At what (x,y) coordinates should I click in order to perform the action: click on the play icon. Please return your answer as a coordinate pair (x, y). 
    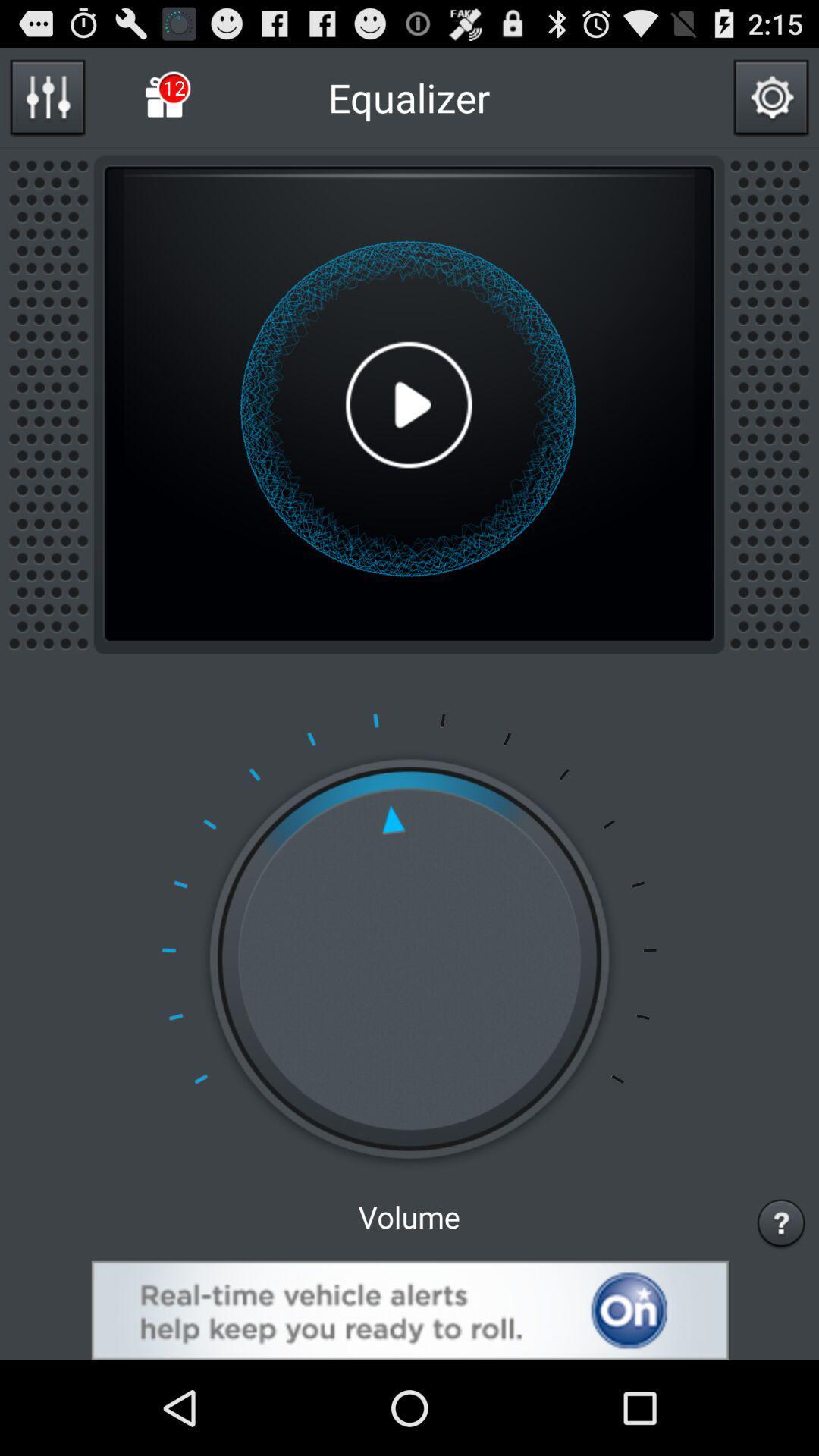
    Looking at the image, I should click on (408, 432).